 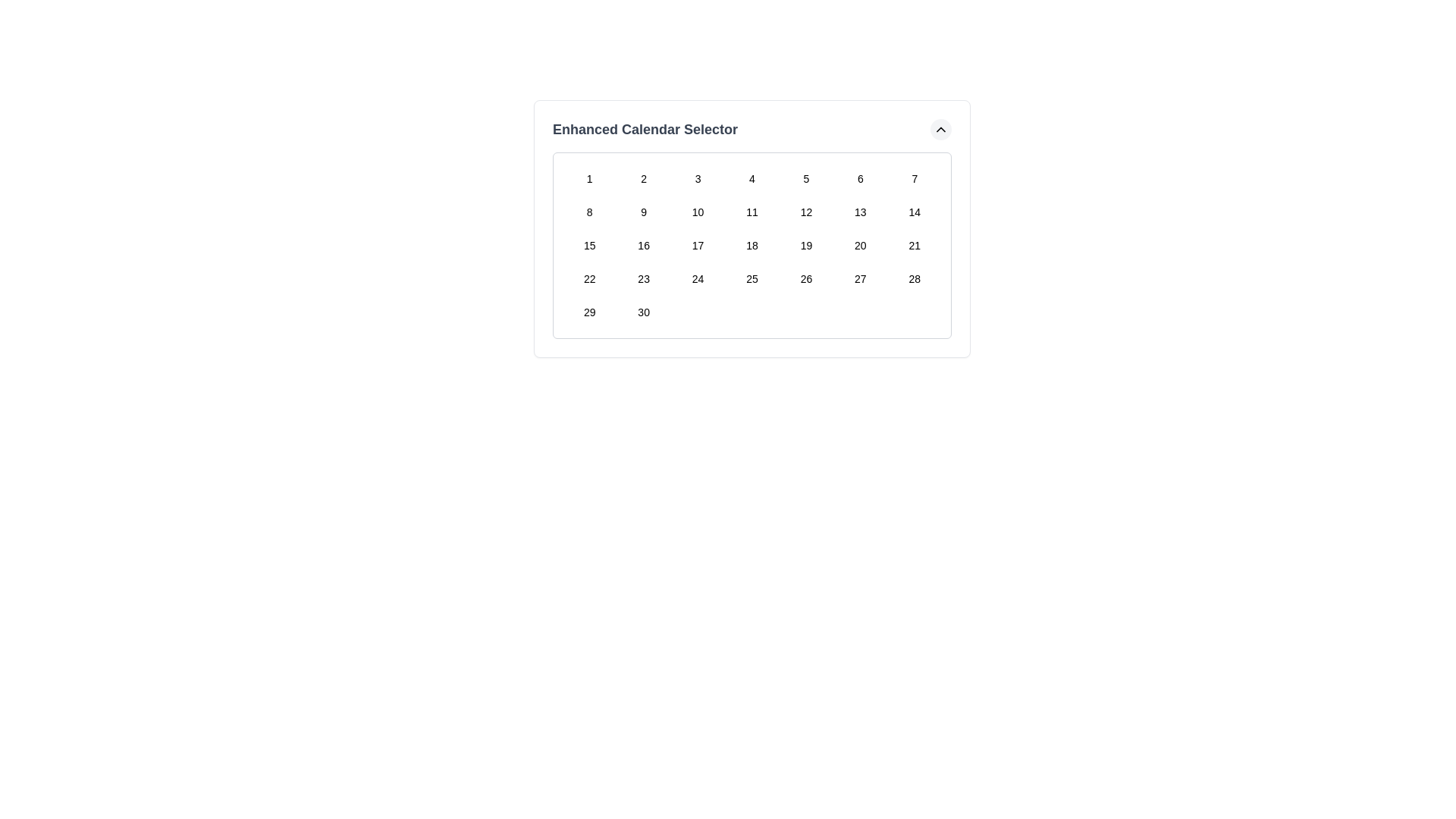 What do you see at coordinates (940, 128) in the screenshot?
I see `the small rounded button with a light gray background and an upward-pointing chevron icon, located to the far right of the 'Enhanced Calendar Selector' title` at bounding box center [940, 128].